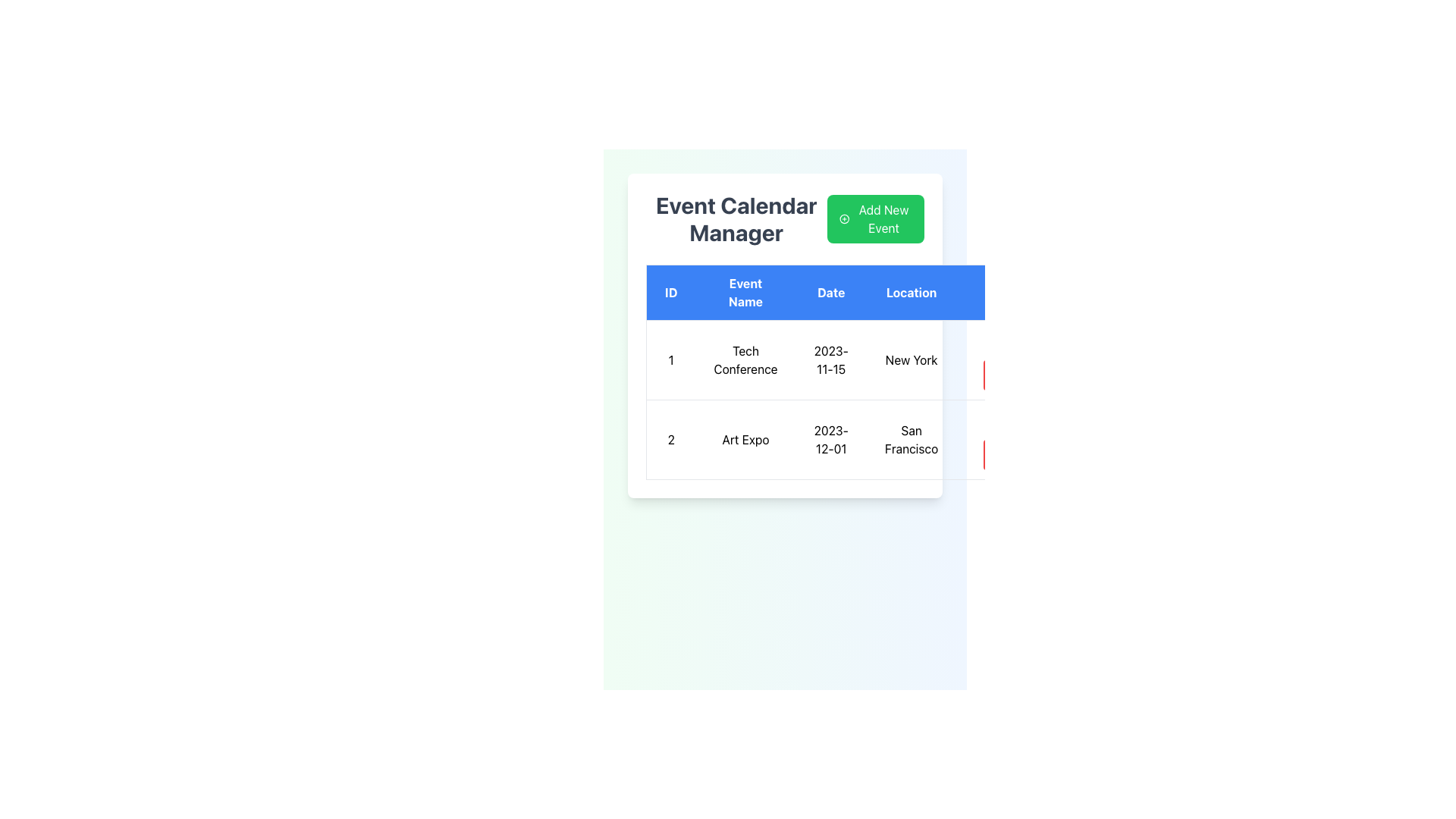  What do you see at coordinates (670, 292) in the screenshot?
I see `the first column label in the table header that contains unique identifiers for each entry, located to the left of the 'Event Name', 'Date', and 'Location' headers` at bounding box center [670, 292].